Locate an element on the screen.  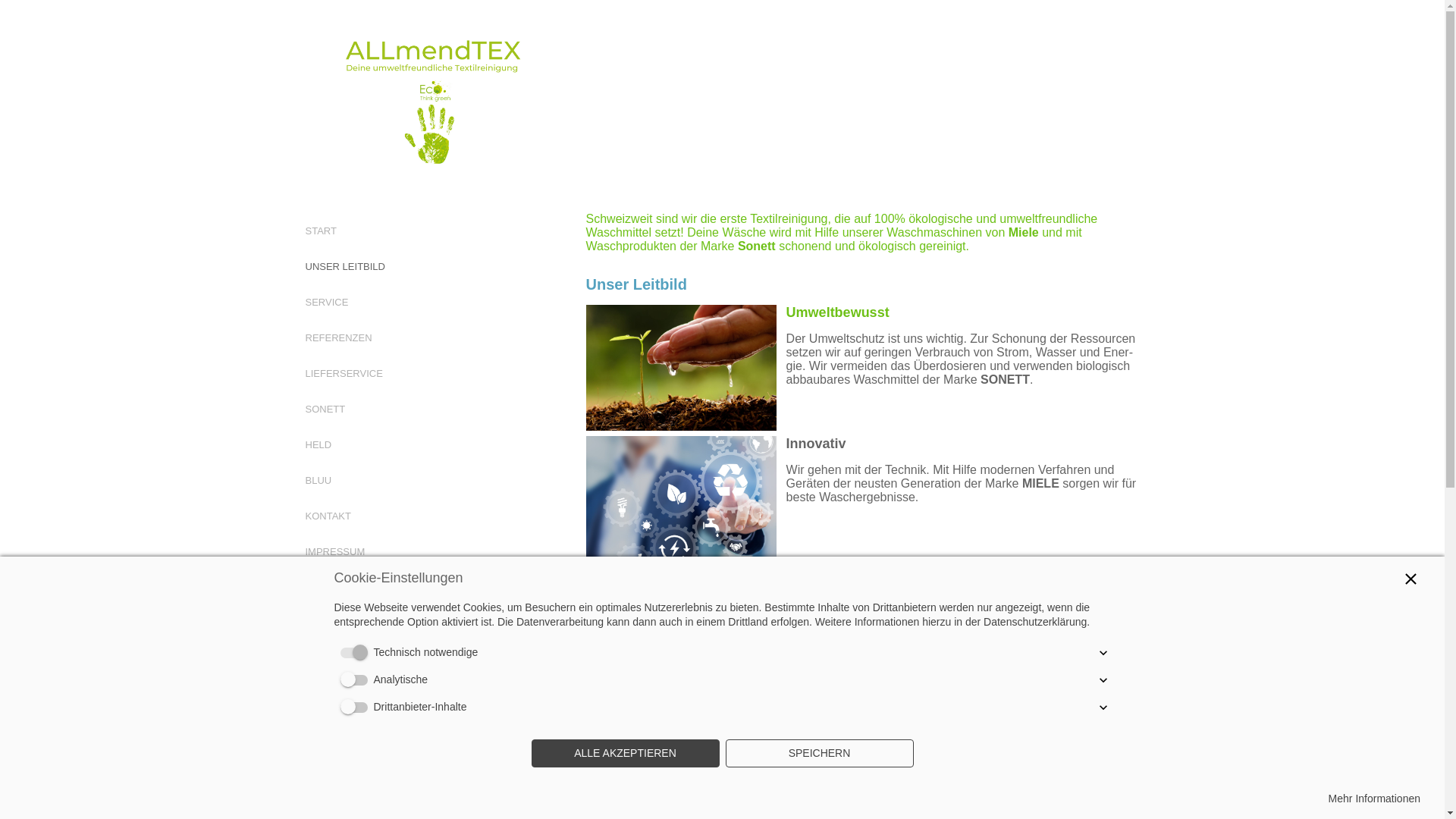
'START' is located at coordinates (319, 231).